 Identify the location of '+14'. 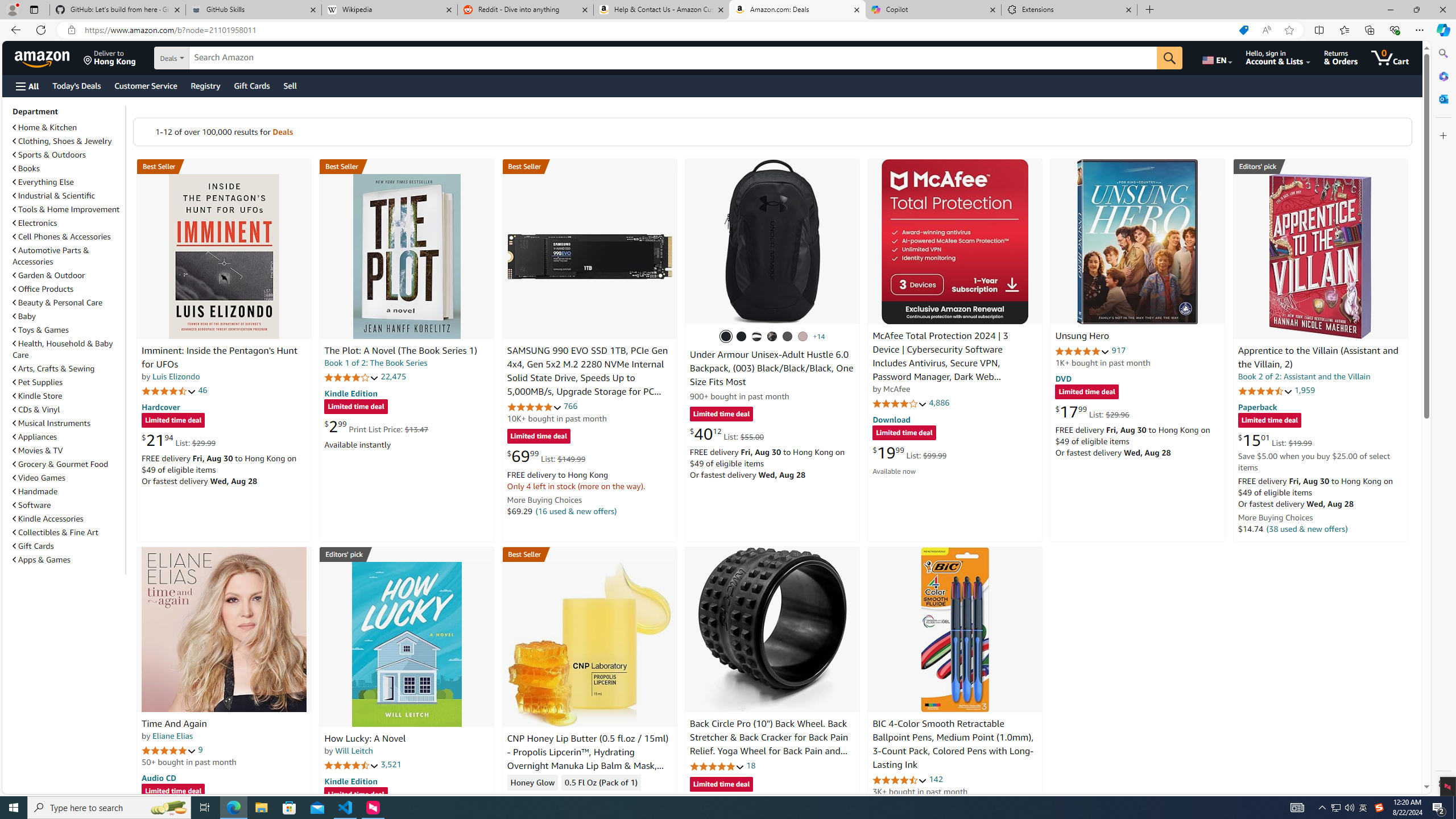
(818, 336).